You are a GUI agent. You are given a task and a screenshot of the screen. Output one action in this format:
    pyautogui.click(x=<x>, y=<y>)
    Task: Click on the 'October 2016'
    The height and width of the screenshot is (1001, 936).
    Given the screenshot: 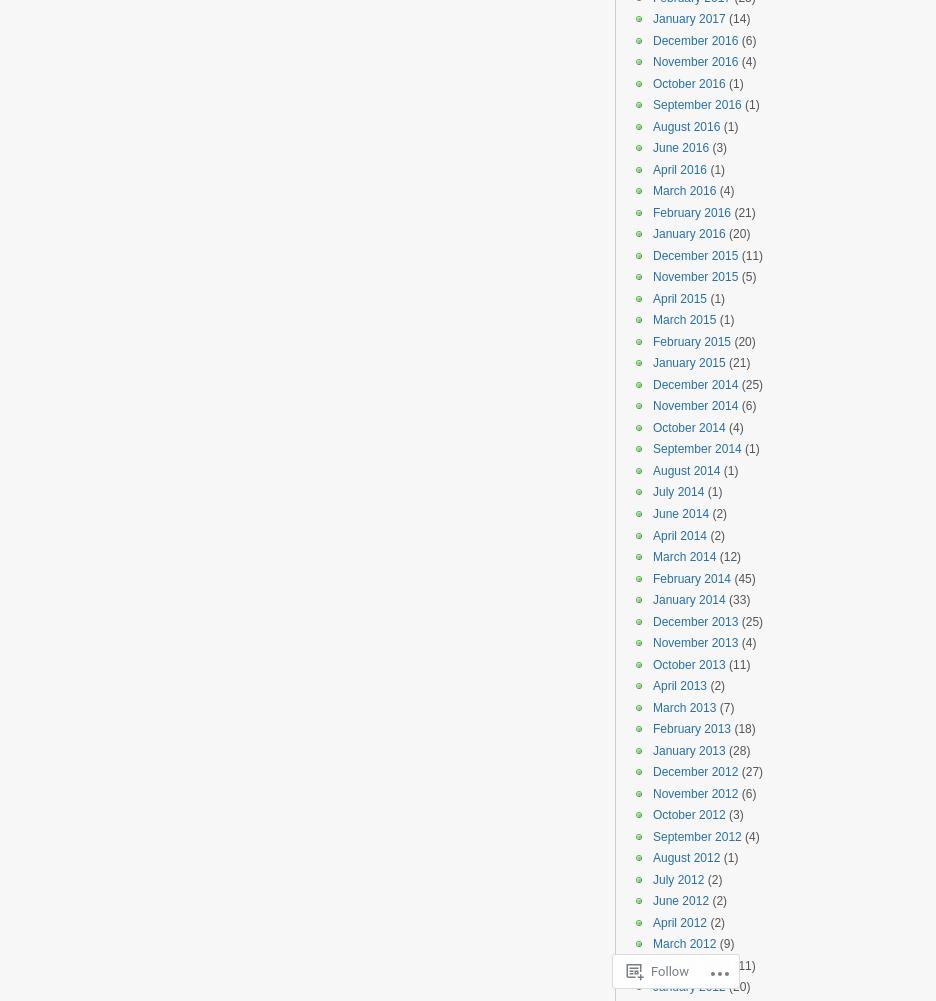 What is the action you would take?
    pyautogui.click(x=688, y=81)
    